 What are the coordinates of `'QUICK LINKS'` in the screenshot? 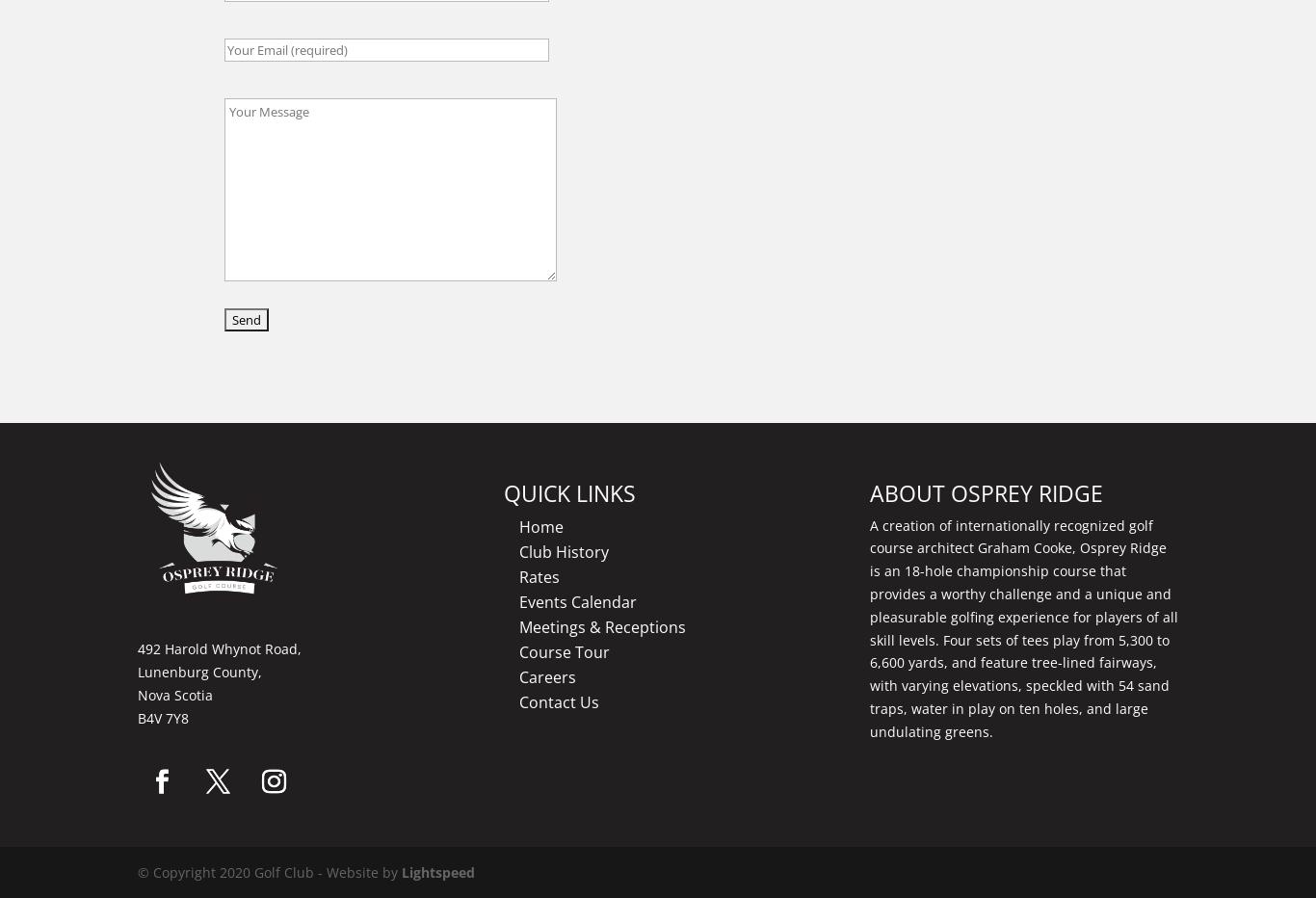 It's located at (567, 491).